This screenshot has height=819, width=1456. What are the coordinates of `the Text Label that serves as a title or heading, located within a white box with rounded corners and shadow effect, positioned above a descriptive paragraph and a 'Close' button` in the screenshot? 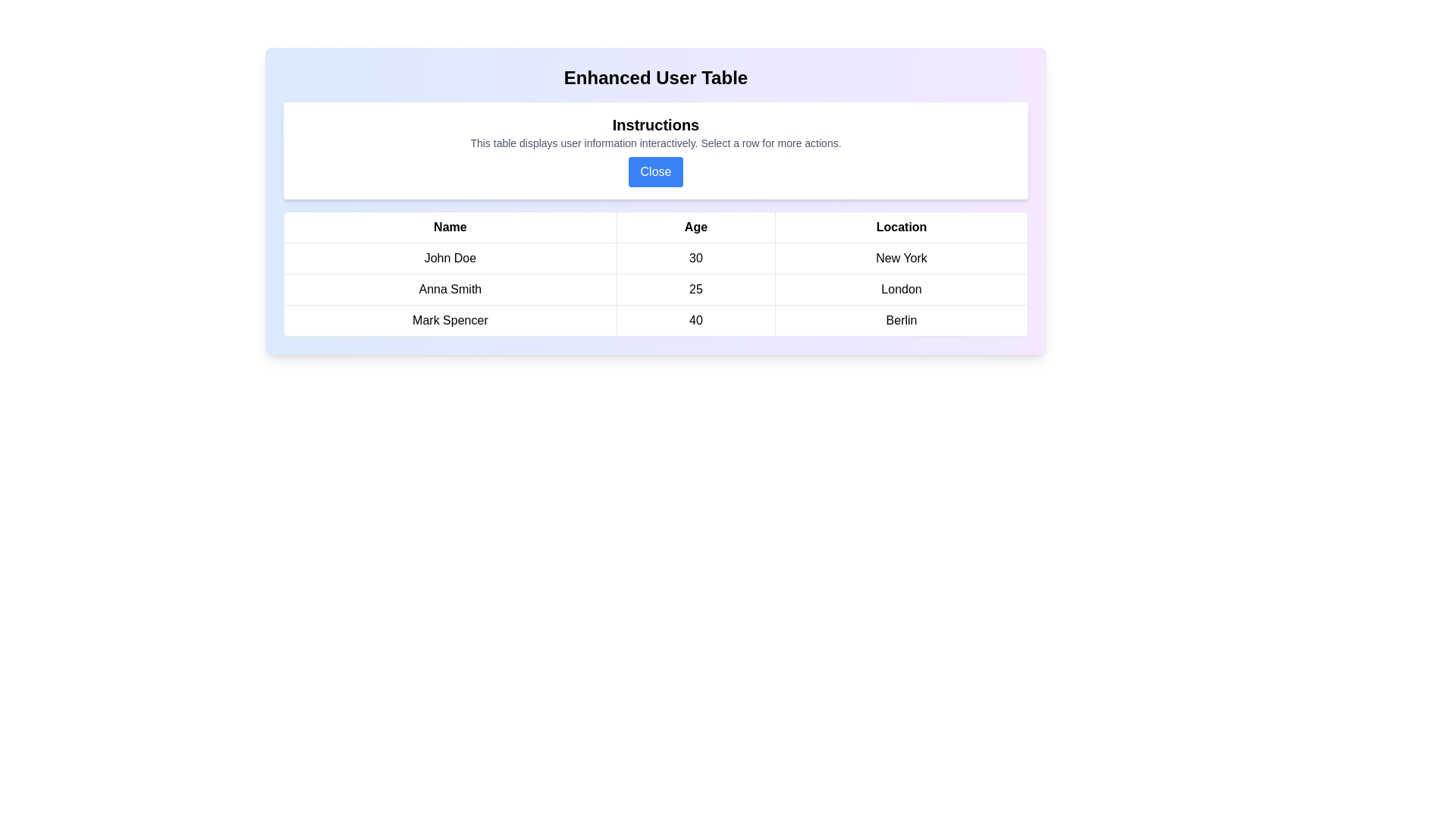 It's located at (655, 124).